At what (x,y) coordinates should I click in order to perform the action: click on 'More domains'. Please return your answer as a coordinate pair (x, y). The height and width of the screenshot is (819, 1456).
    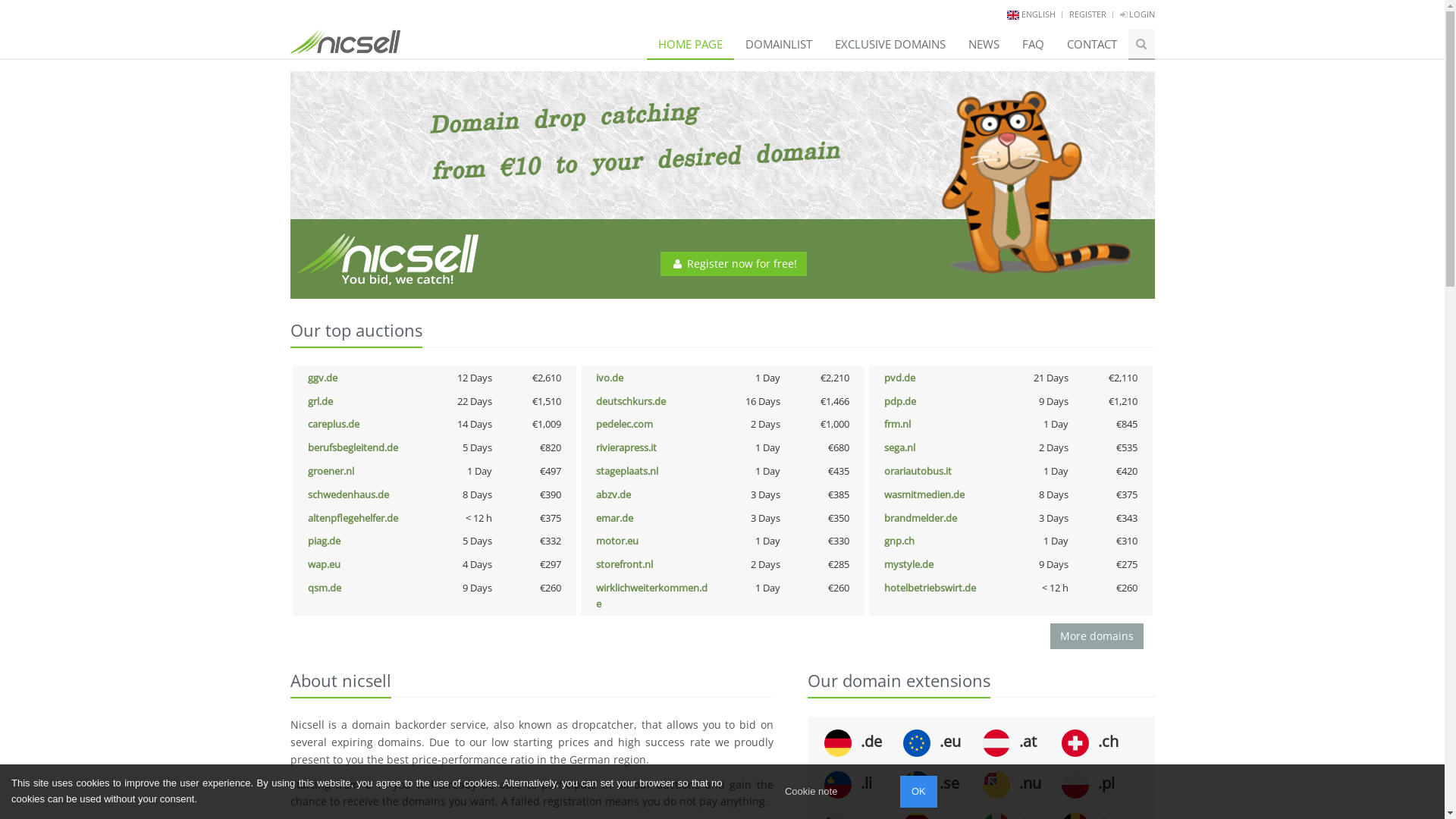
    Looking at the image, I should click on (1096, 636).